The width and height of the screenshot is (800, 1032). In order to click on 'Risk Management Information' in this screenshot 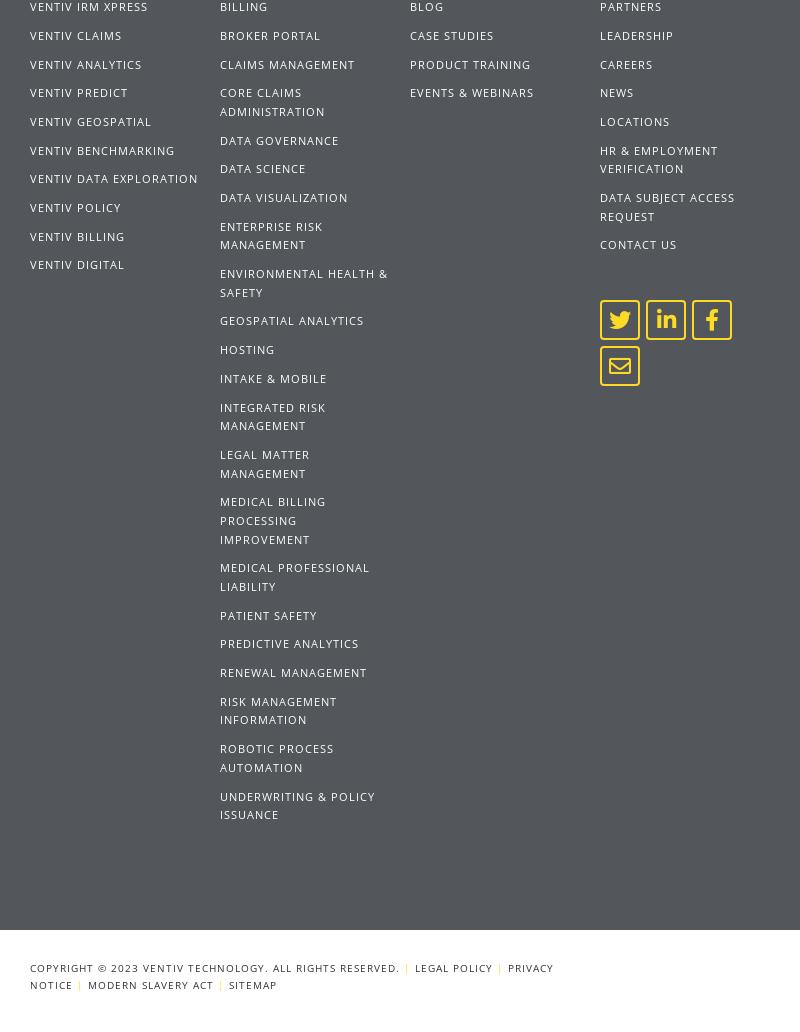, I will do `click(278, 709)`.